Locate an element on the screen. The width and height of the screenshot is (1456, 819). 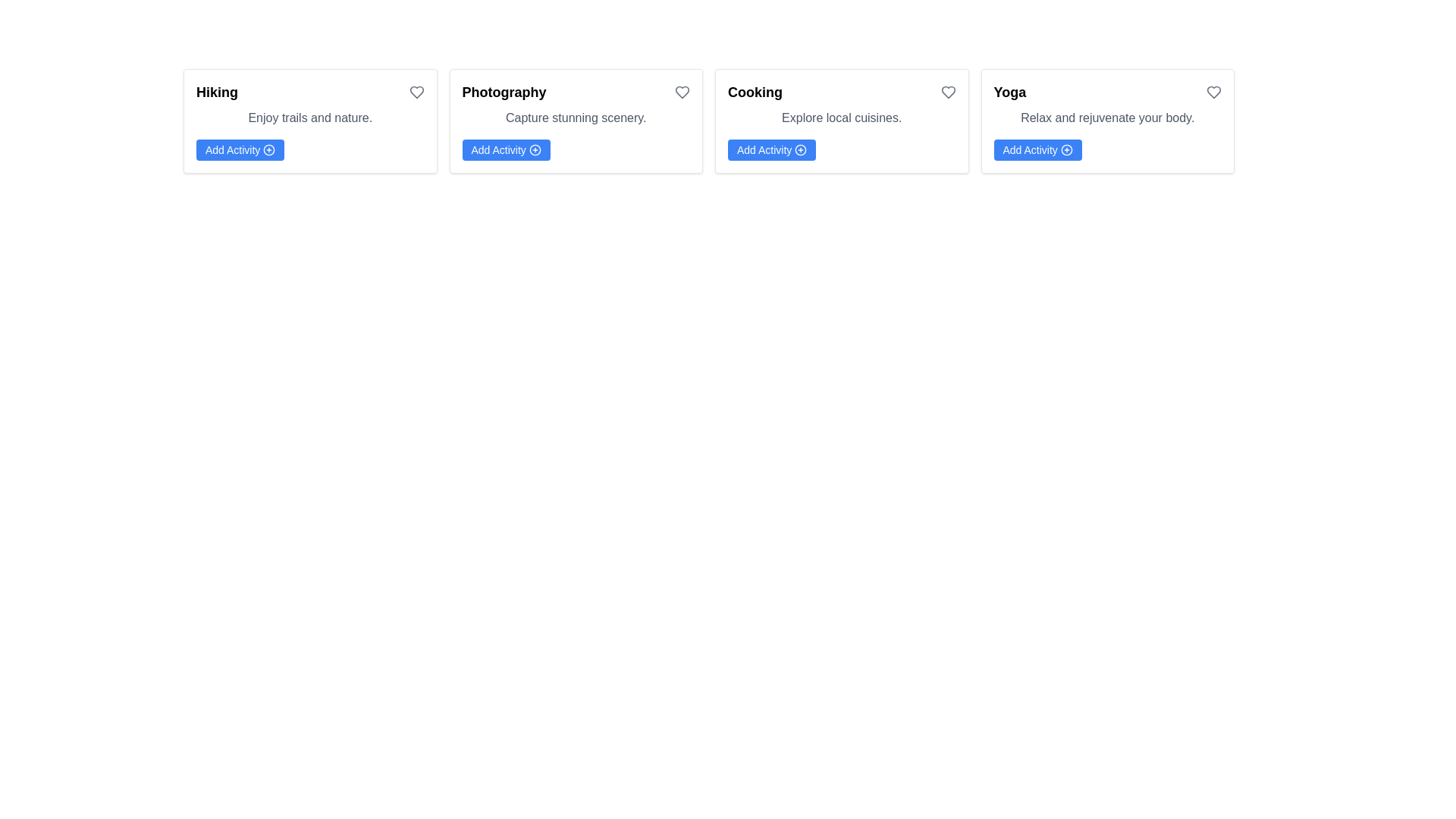
the circular '+' icon with a blue background and white border, which is part of the 'Add Activity' button in the 'Hiking' card section is located at coordinates (269, 149).